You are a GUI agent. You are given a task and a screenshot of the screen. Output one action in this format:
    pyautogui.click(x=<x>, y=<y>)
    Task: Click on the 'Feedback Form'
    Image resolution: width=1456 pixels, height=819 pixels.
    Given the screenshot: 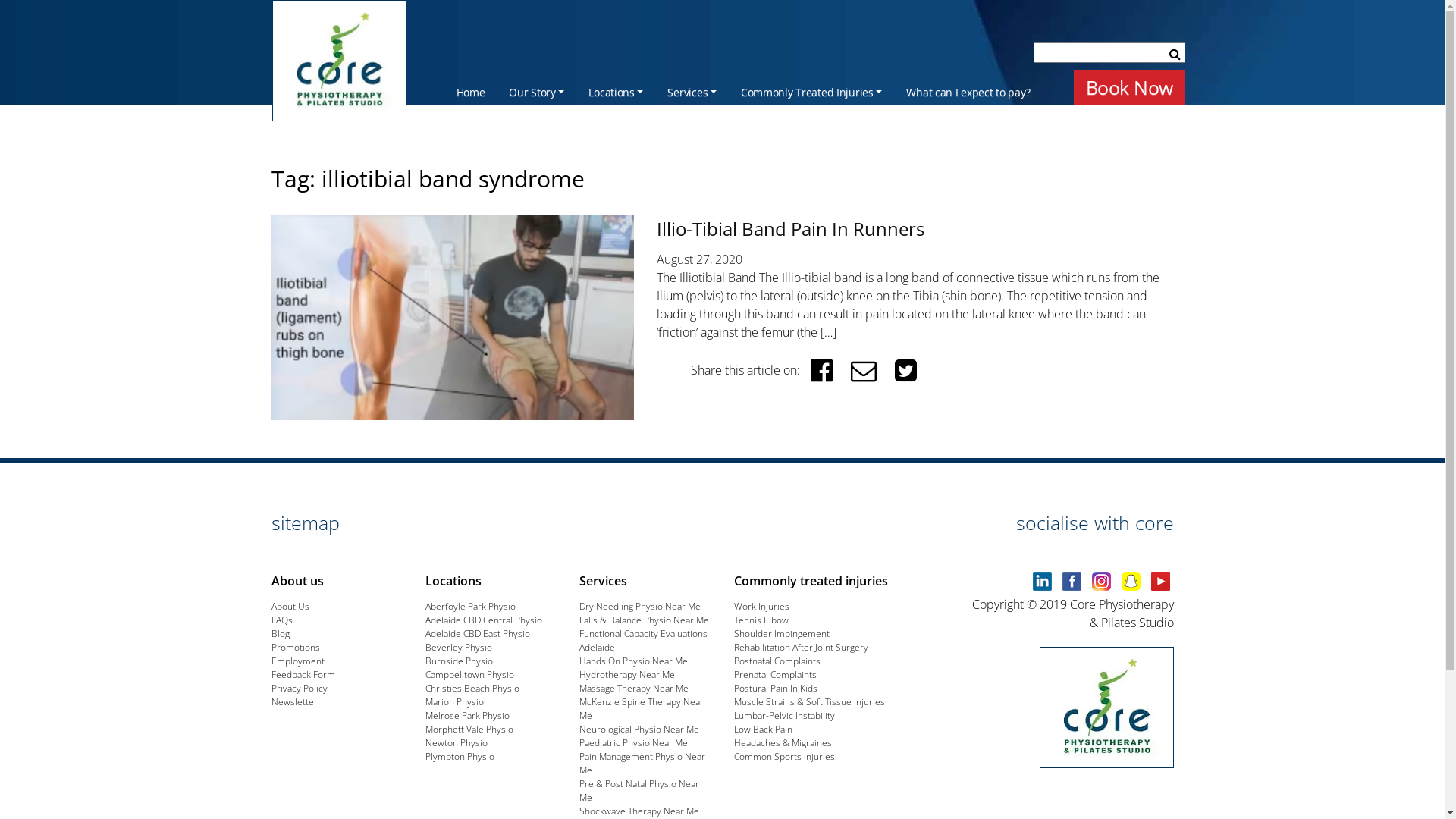 What is the action you would take?
    pyautogui.click(x=303, y=673)
    